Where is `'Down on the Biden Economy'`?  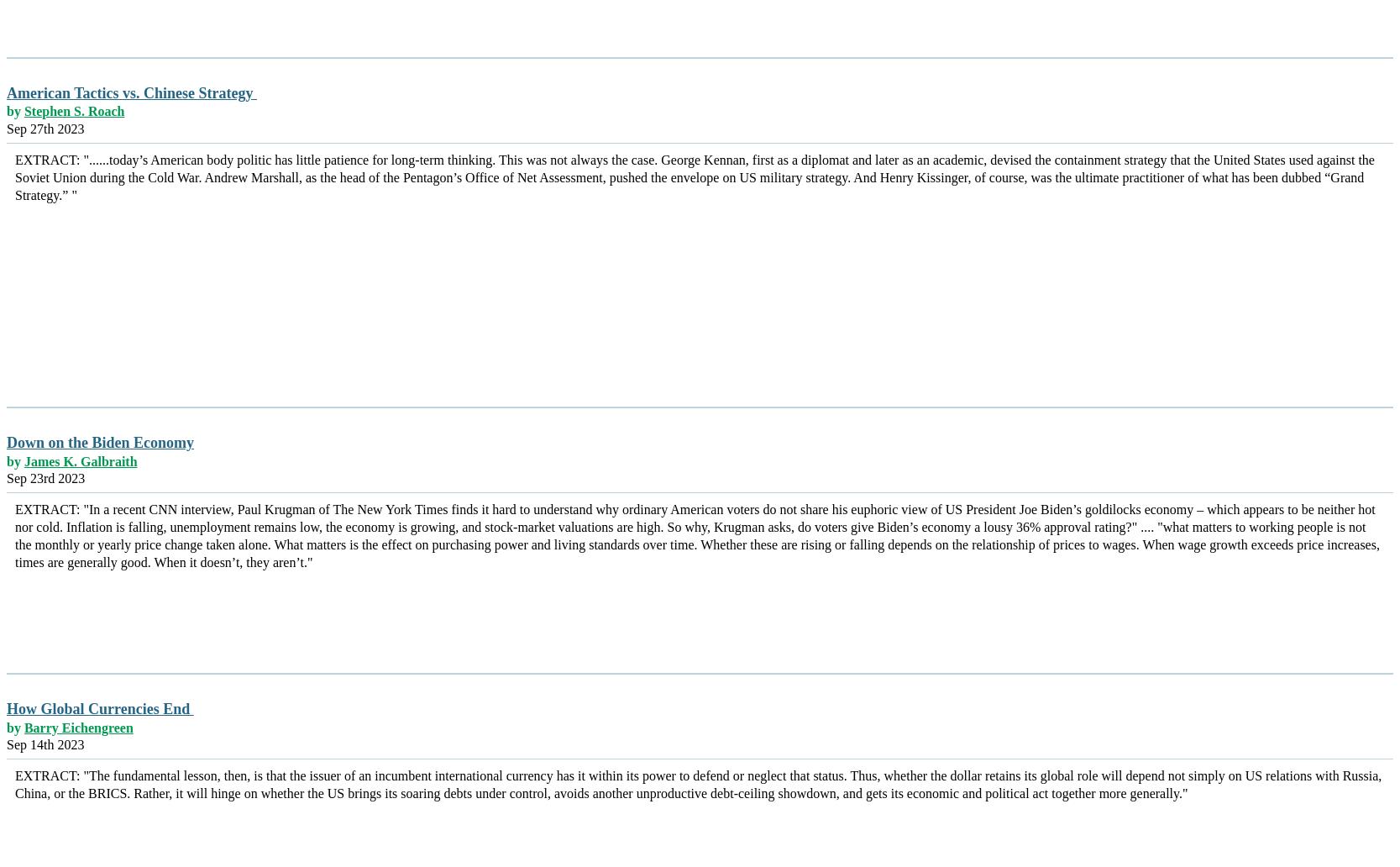
'Down on the Biden Economy' is located at coordinates (99, 443).